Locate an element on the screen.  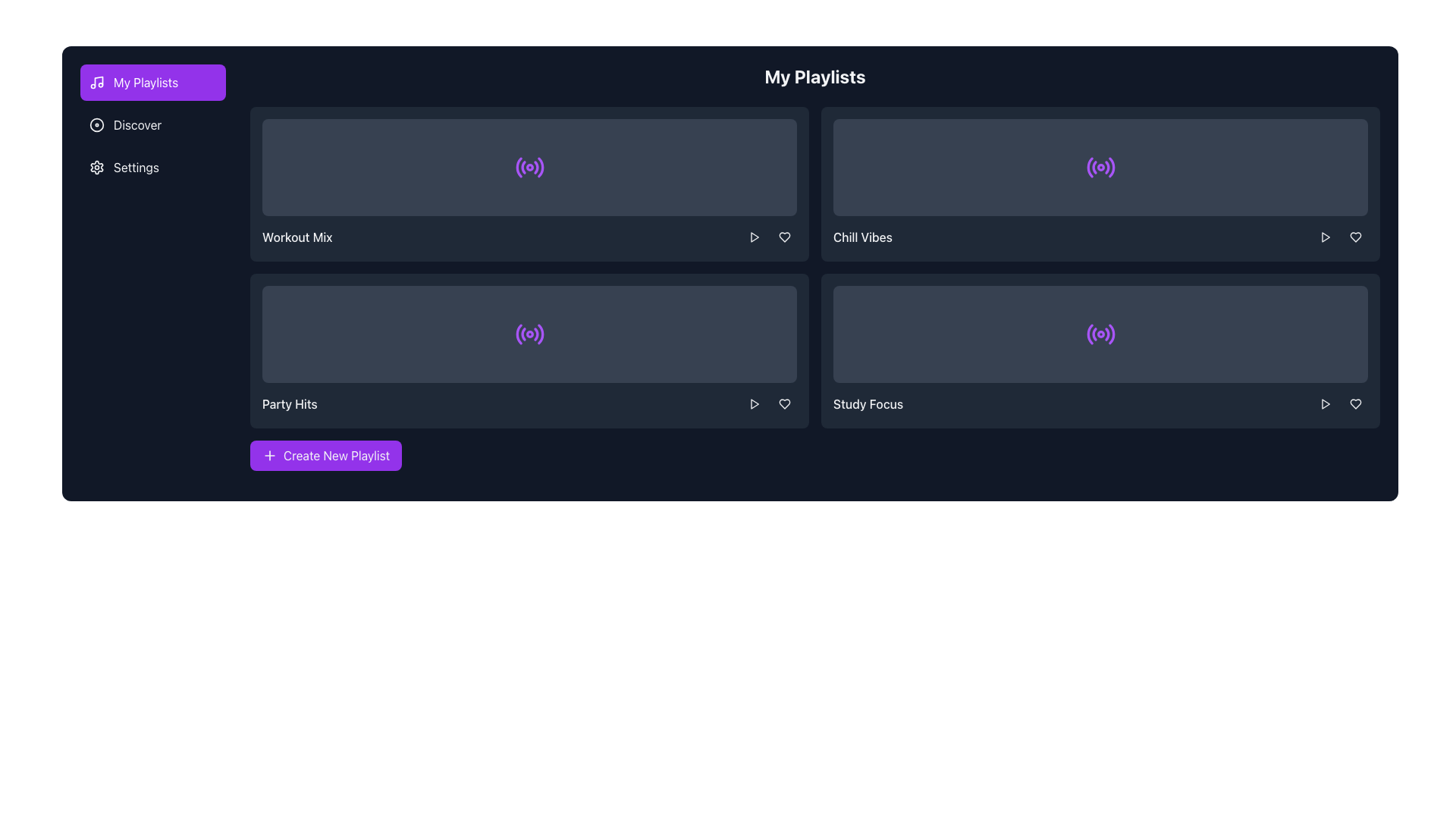
the heart-shaped button located on the right side of the second playlist row under the 'Chill Vibes' label to trigger the background color transition is located at coordinates (785, 237).